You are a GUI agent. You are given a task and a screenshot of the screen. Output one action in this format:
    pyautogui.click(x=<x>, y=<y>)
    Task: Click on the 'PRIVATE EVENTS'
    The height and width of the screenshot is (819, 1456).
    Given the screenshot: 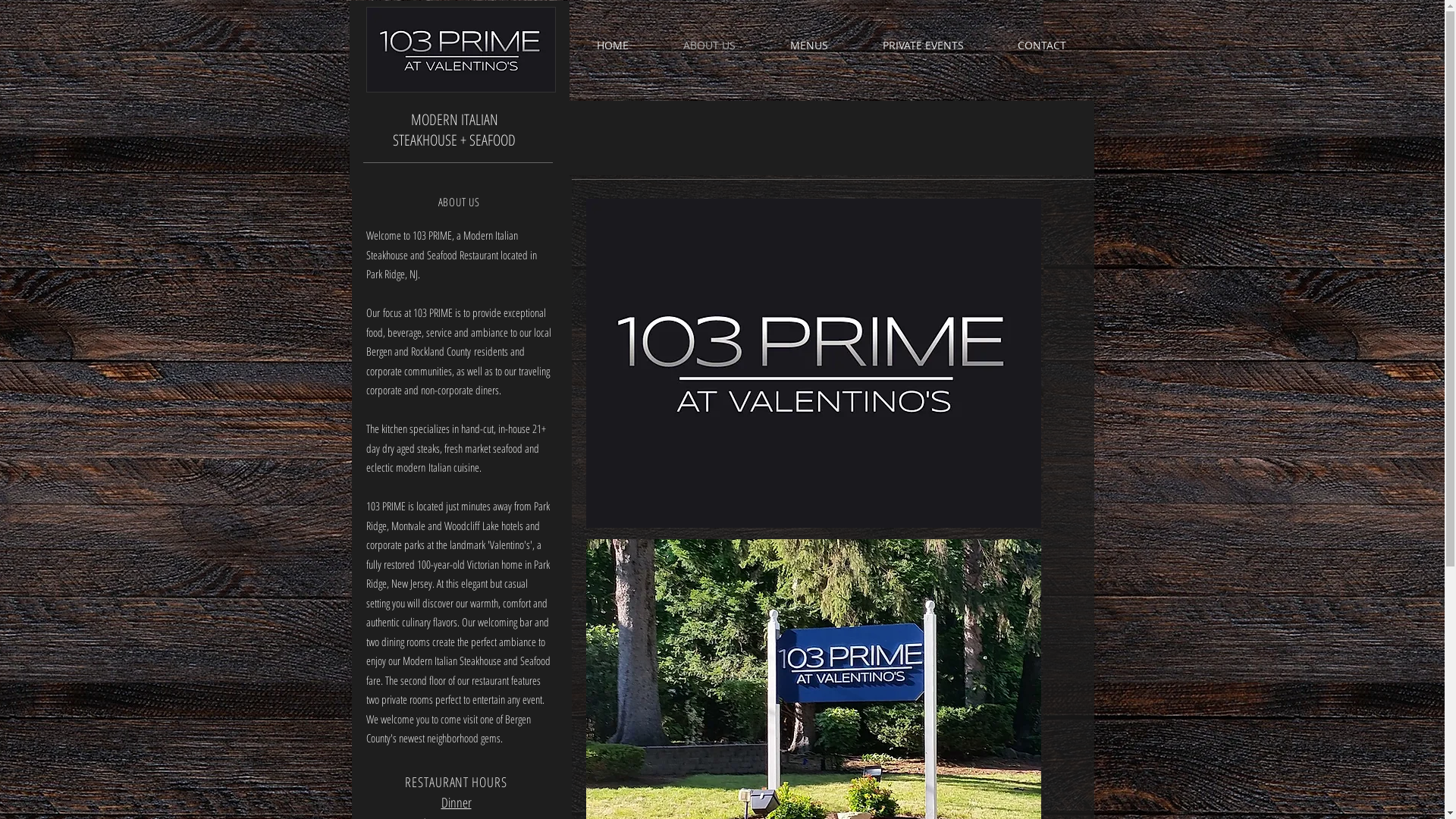 What is the action you would take?
    pyautogui.click(x=922, y=45)
    